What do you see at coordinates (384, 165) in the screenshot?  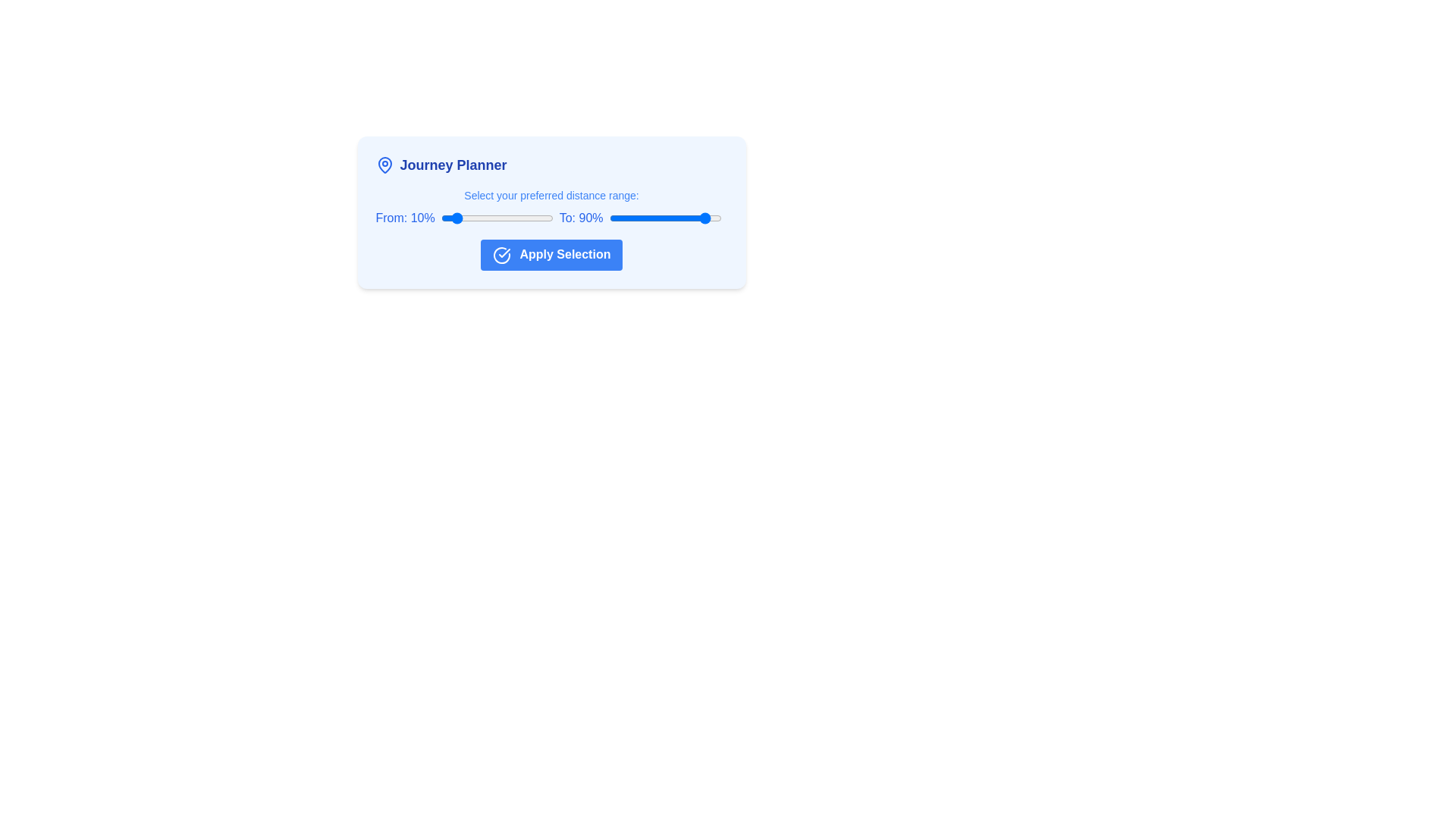 I see `the location icon in the 'Journey Planner' section, which is positioned to the left of the title text 'Journey Planner'` at bounding box center [384, 165].